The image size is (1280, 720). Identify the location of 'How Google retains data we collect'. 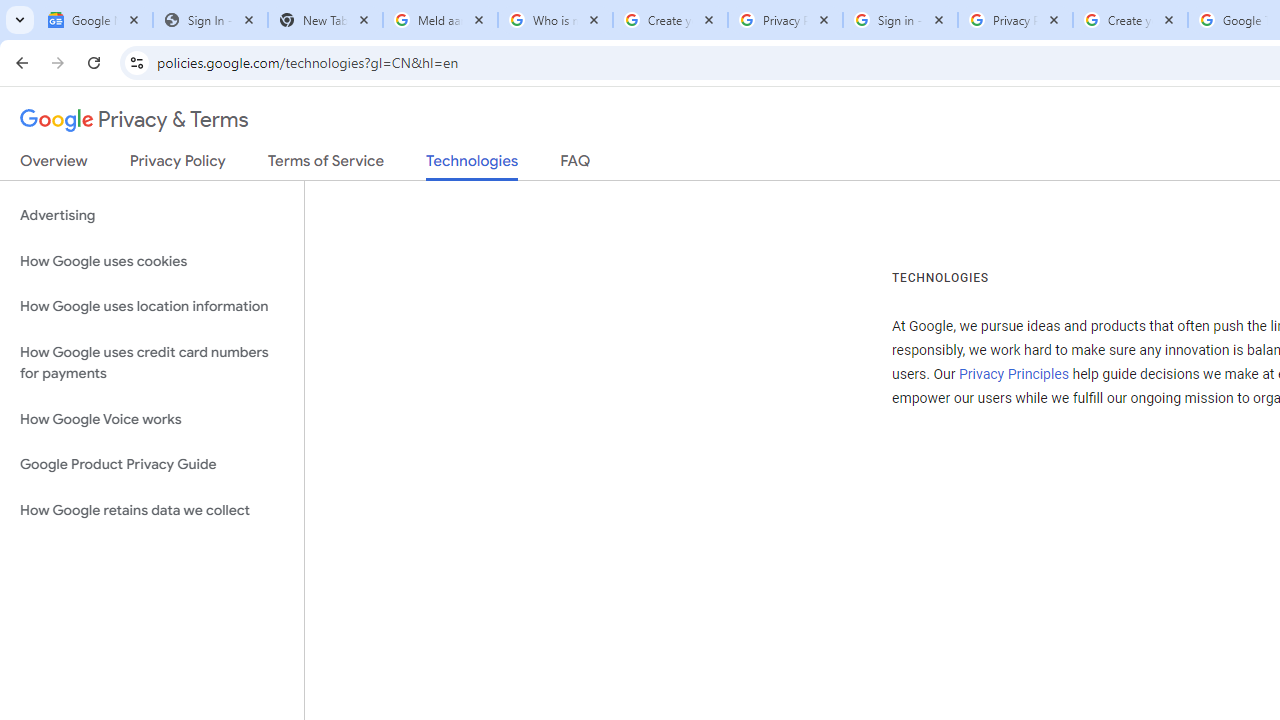
(151, 509).